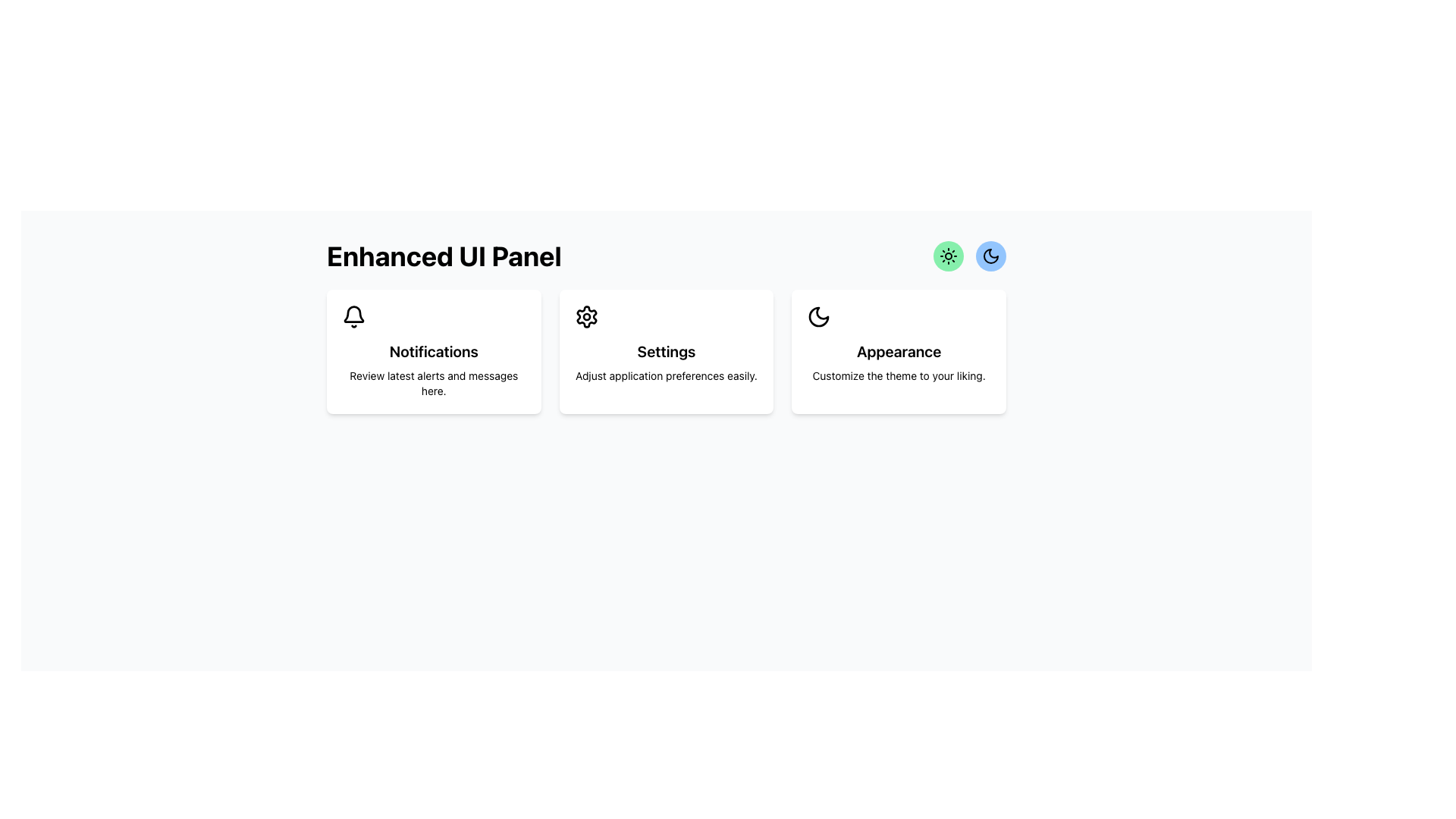  Describe the element at coordinates (818, 315) in the screenshot. I see `the moon icon located at the top left of the 'Appearance' card section` at that location.